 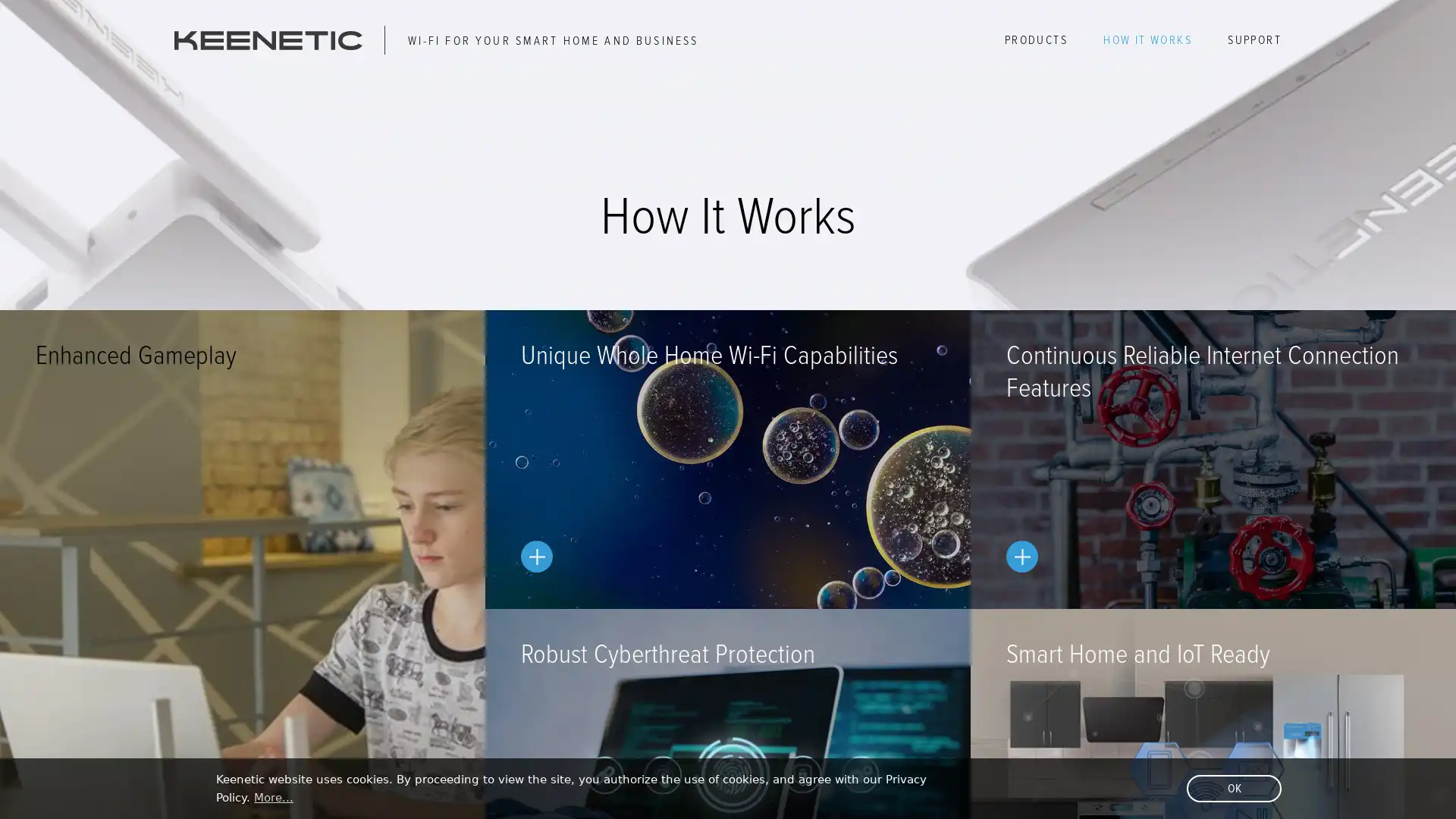 What do you see at coordinates (1234, 787) in the screenshot?
I see `dismiss cookie message` at bounding box center [1234, 787].